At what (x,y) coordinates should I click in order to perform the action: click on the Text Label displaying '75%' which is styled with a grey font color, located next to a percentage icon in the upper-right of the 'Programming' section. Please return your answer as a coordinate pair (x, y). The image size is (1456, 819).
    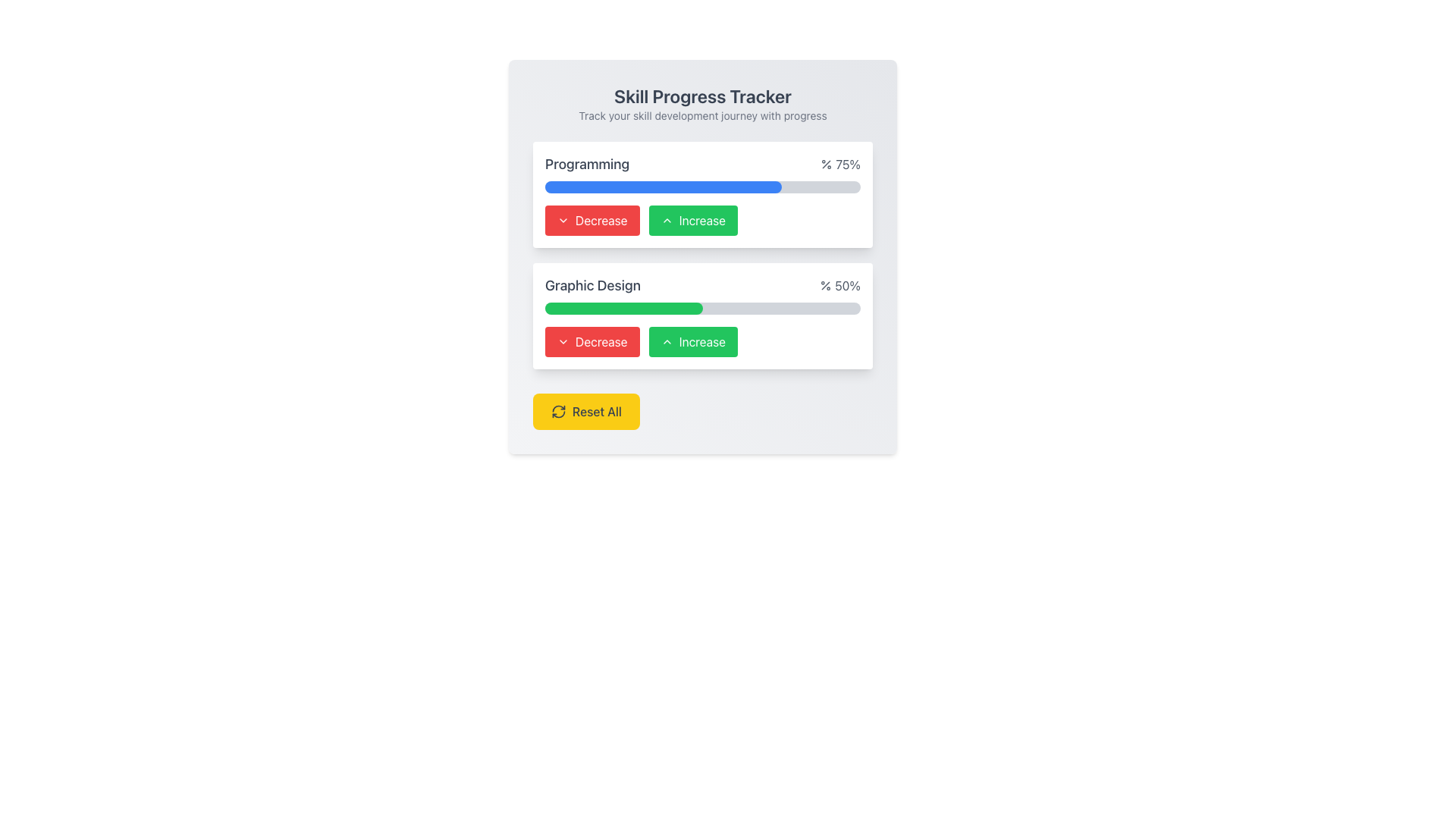
    Looking at the image, I should click on (839, 164).